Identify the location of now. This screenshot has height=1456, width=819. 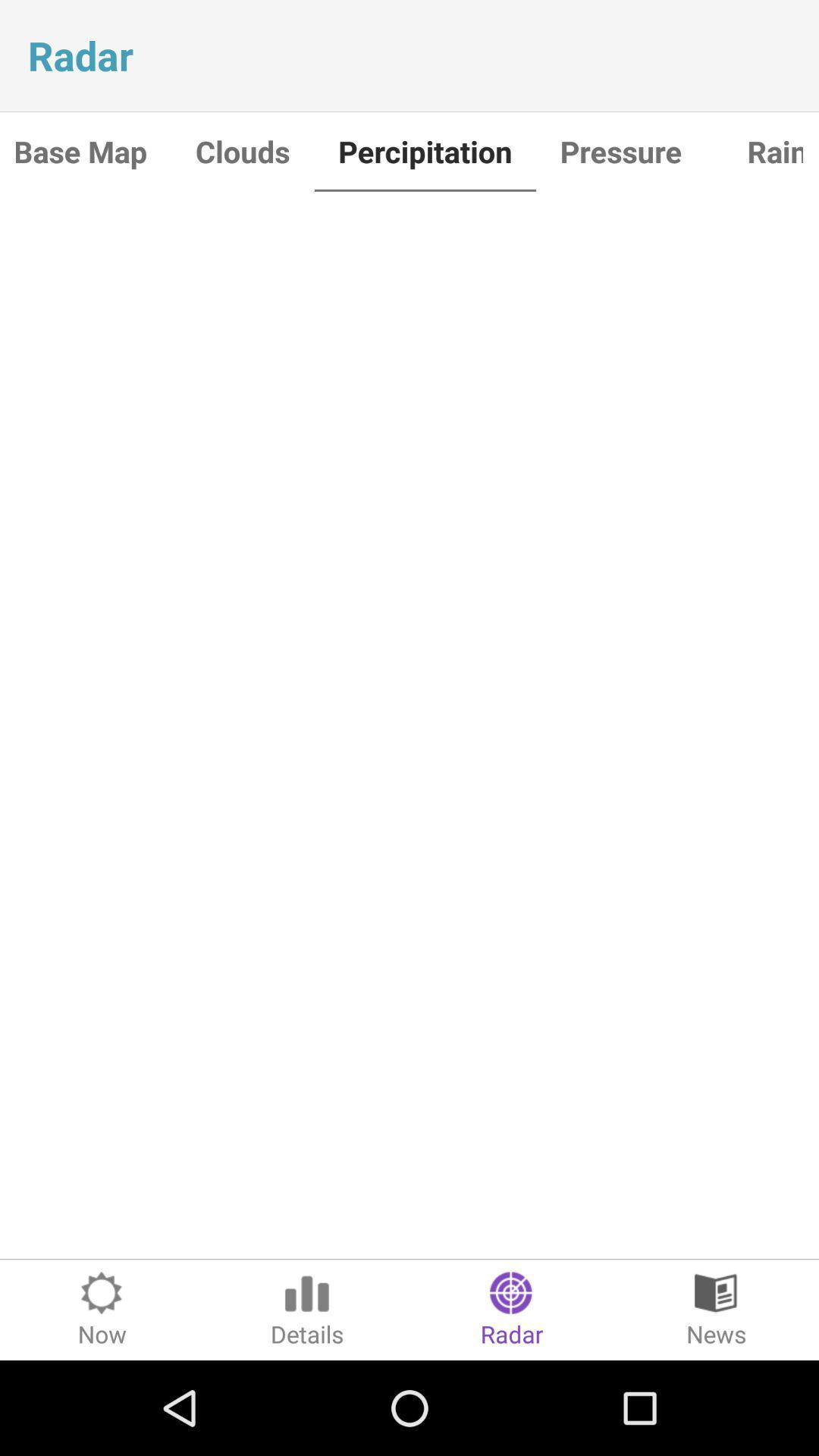
(102, 1309).